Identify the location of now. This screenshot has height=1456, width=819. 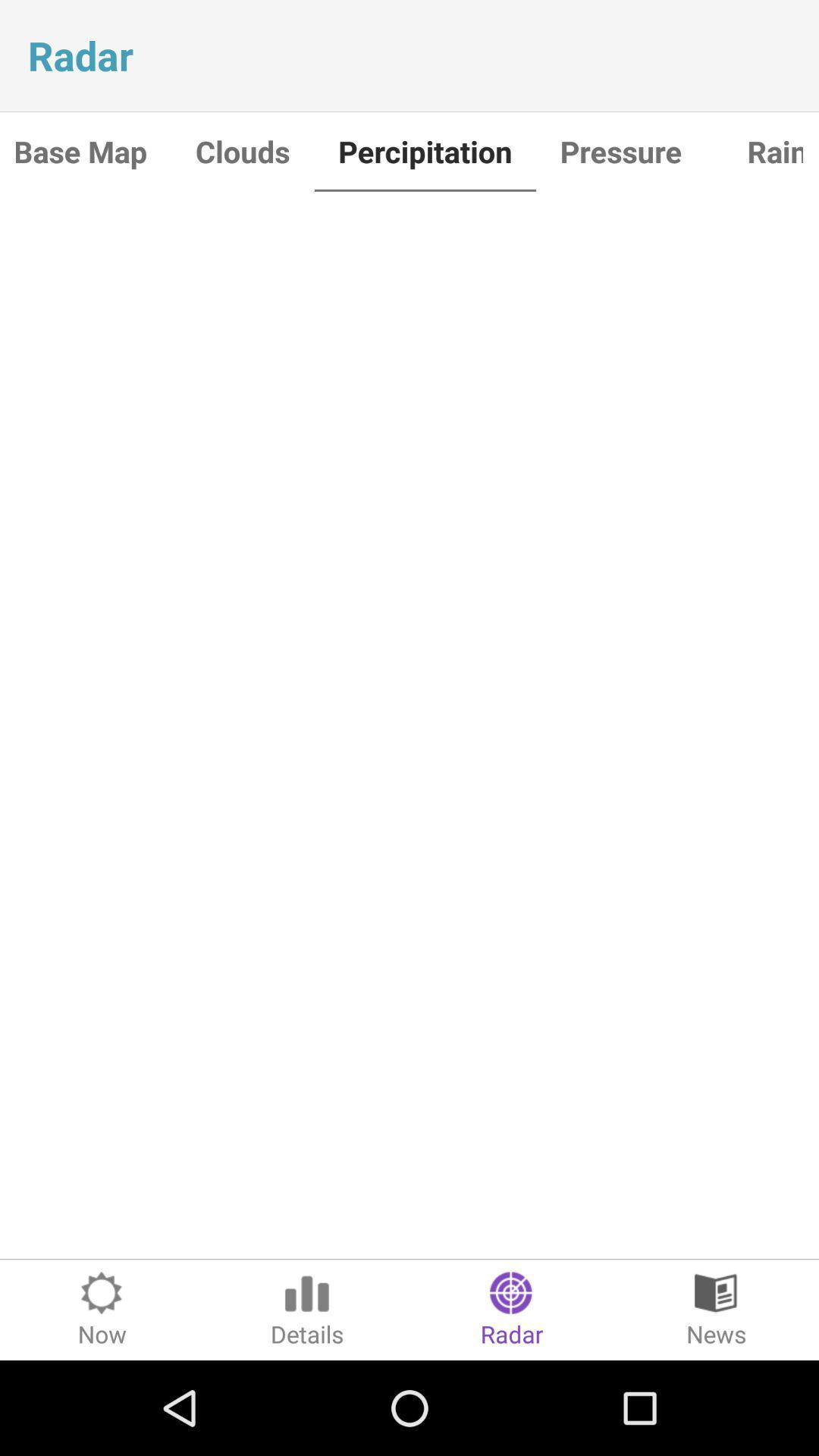
(102, 1309).